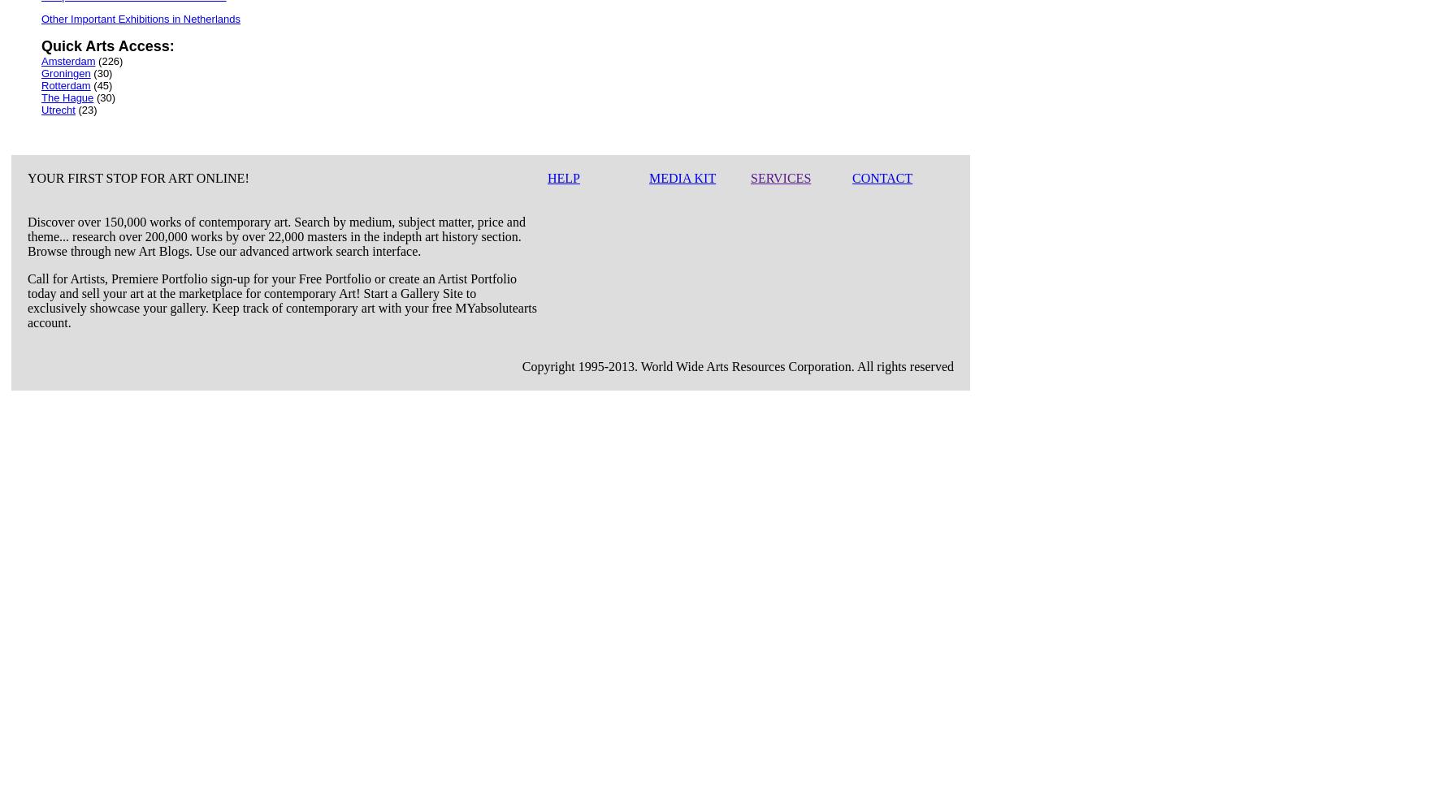 Image resolution: width=1456 pixels, height=812 pixels. I want to click on 'MEDIA KIT', so click(682, 177).